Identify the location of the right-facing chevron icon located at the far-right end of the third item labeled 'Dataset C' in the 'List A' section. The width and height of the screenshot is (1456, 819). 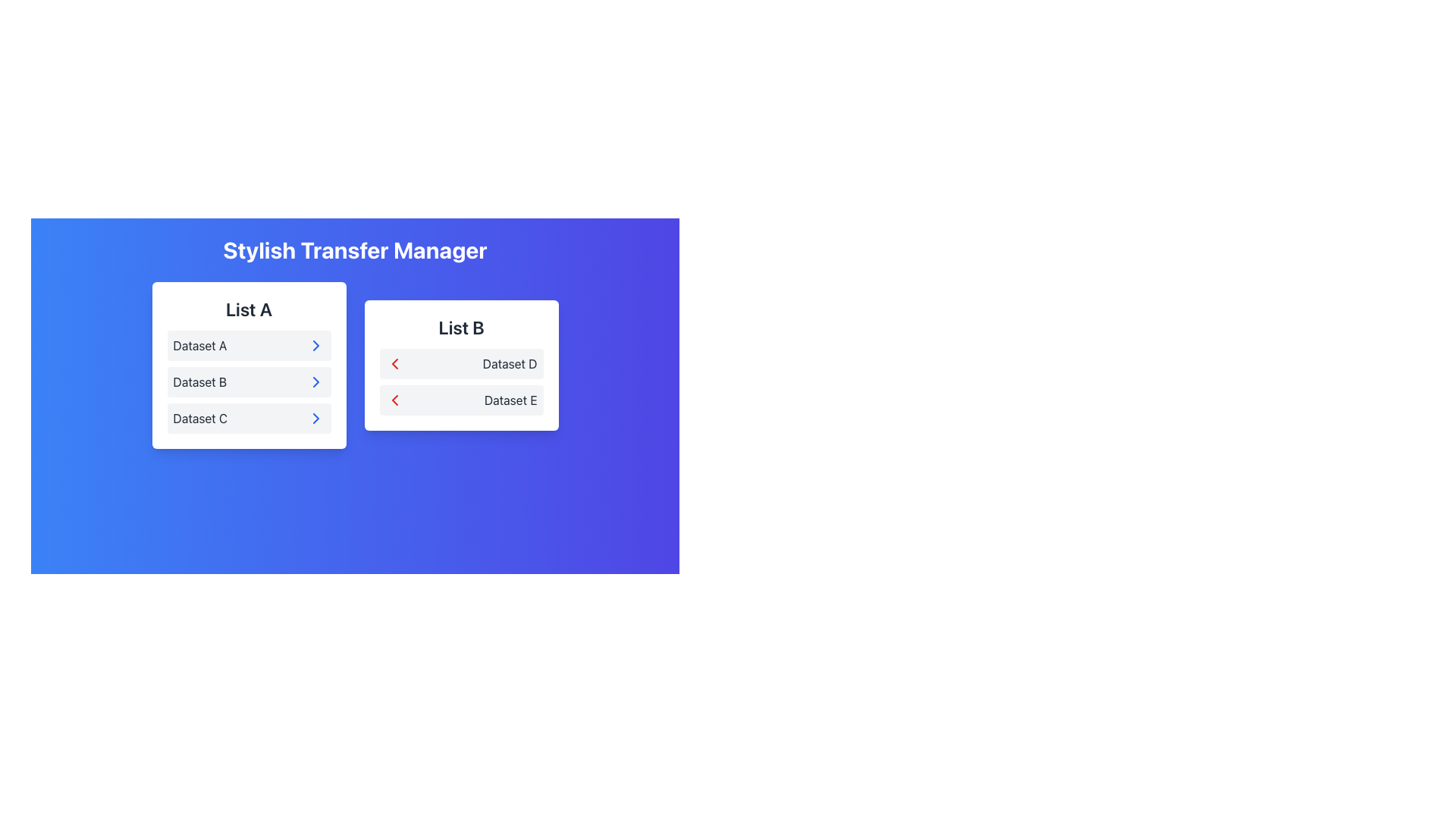
(315, 418).